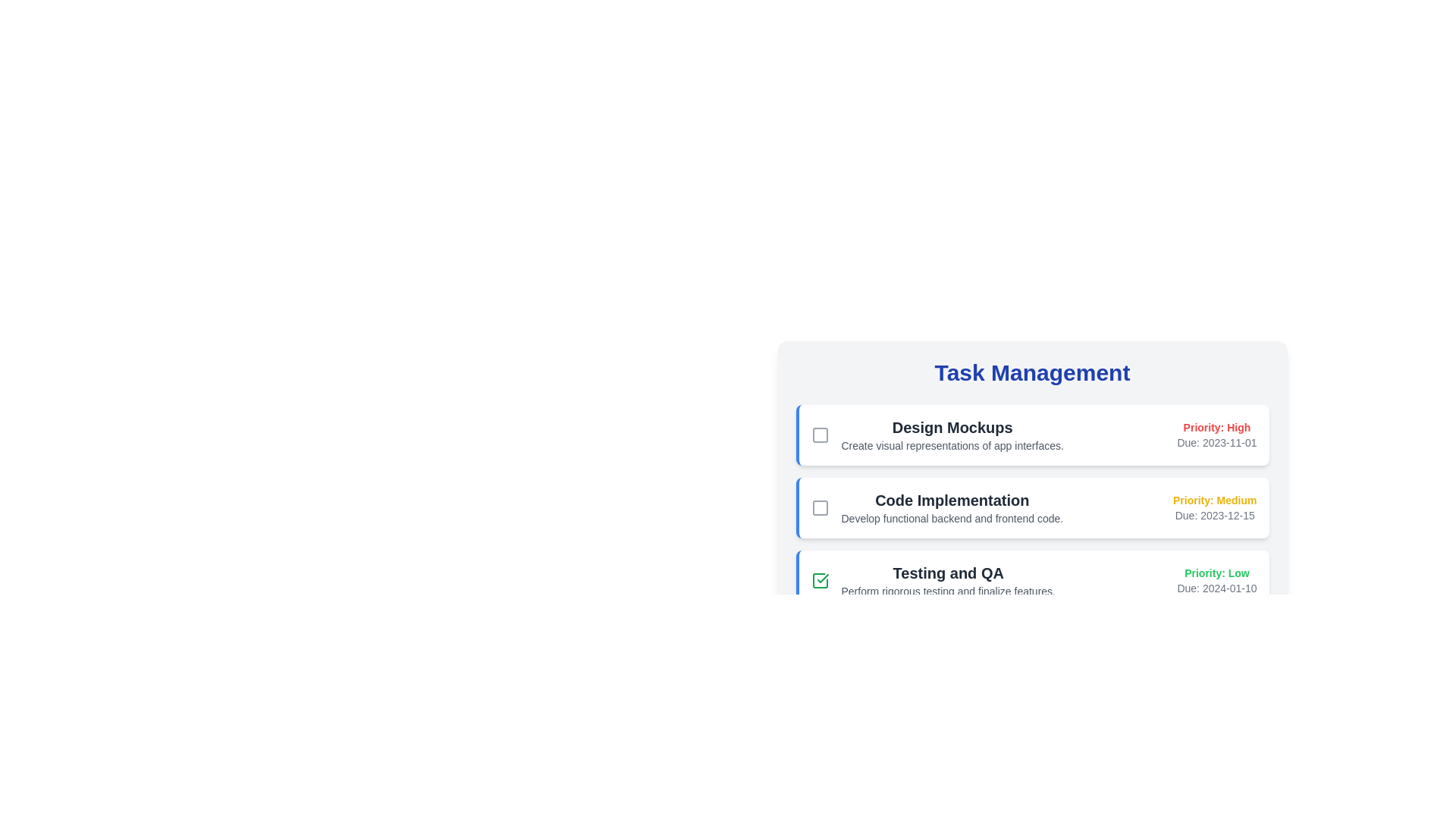 The width and height of the screenshot is (1456, 819). What do you see at coordinates (1031, 580) in the screenshot?
I see `the third Task card with a white background and blue left border, which contains a title in bold black text and additional information in colored text, located below 'Code Implementation'` at bounding box center [1031, 580].